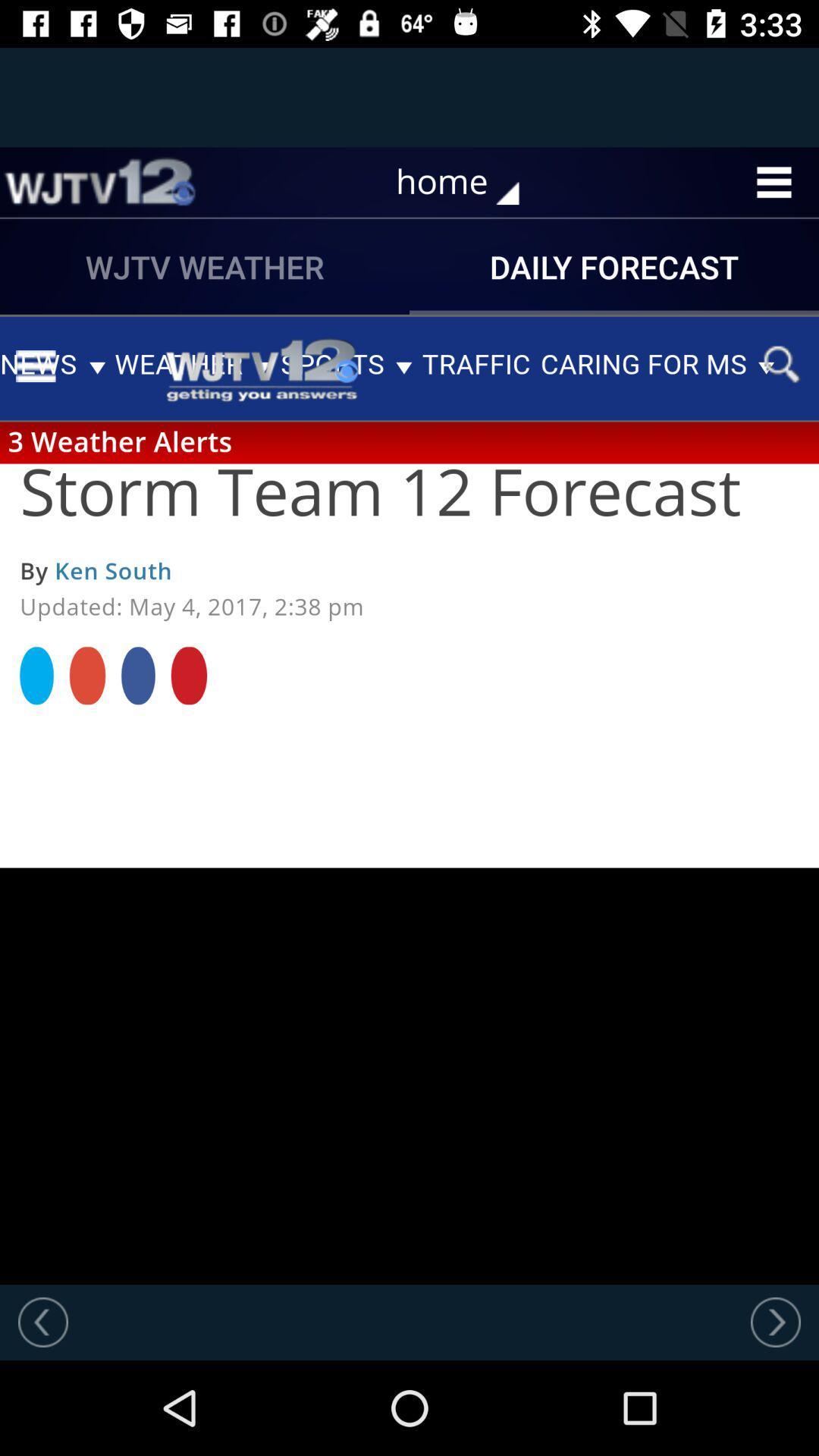 The image size is (819, 1456). What do you see at coordinates (467, 182) in the screenshot?
I see `home icon` at bounding box center [467, 182].